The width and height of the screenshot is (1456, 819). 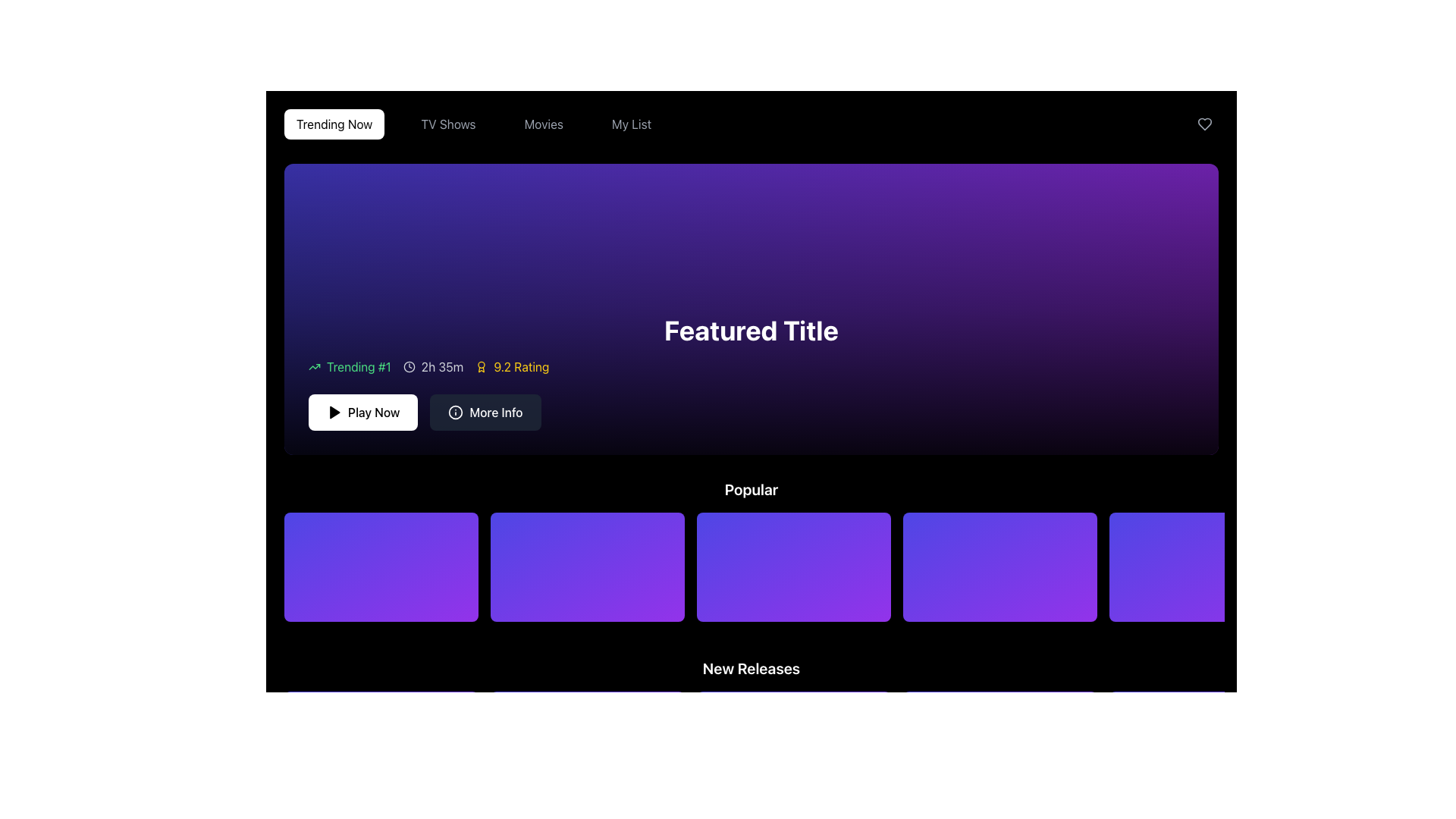 I want to click on the second Interactive Card in the 'Popular' section, which represents a specific feature or content item, so click(x=586, y=567).